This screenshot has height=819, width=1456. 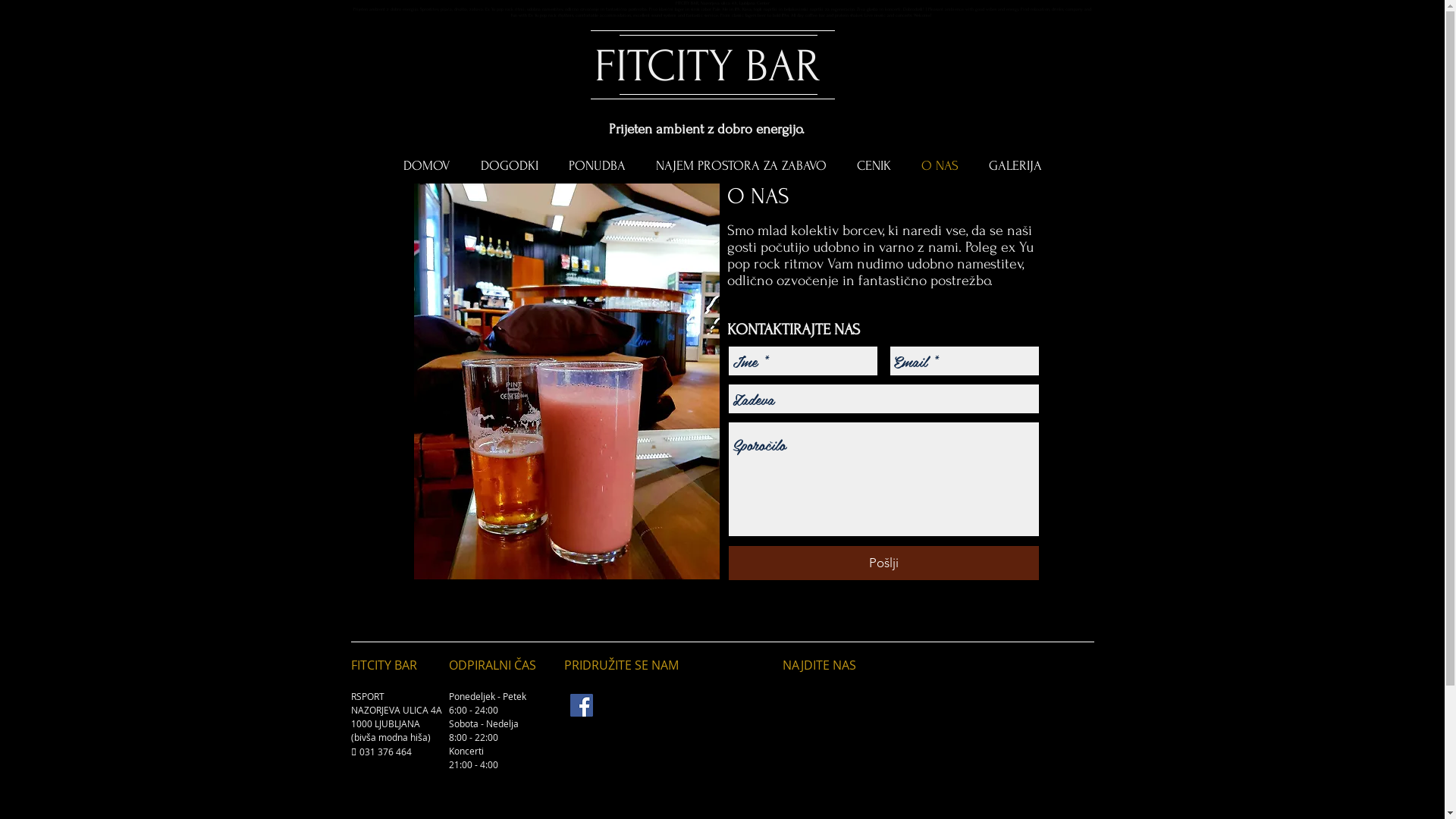 What do you see at coordinates (593, 711) in the screenshot?
I see `'https://www.rabljenispinnerji.com/fitcity-bar'` at bounding box center [593, 711].